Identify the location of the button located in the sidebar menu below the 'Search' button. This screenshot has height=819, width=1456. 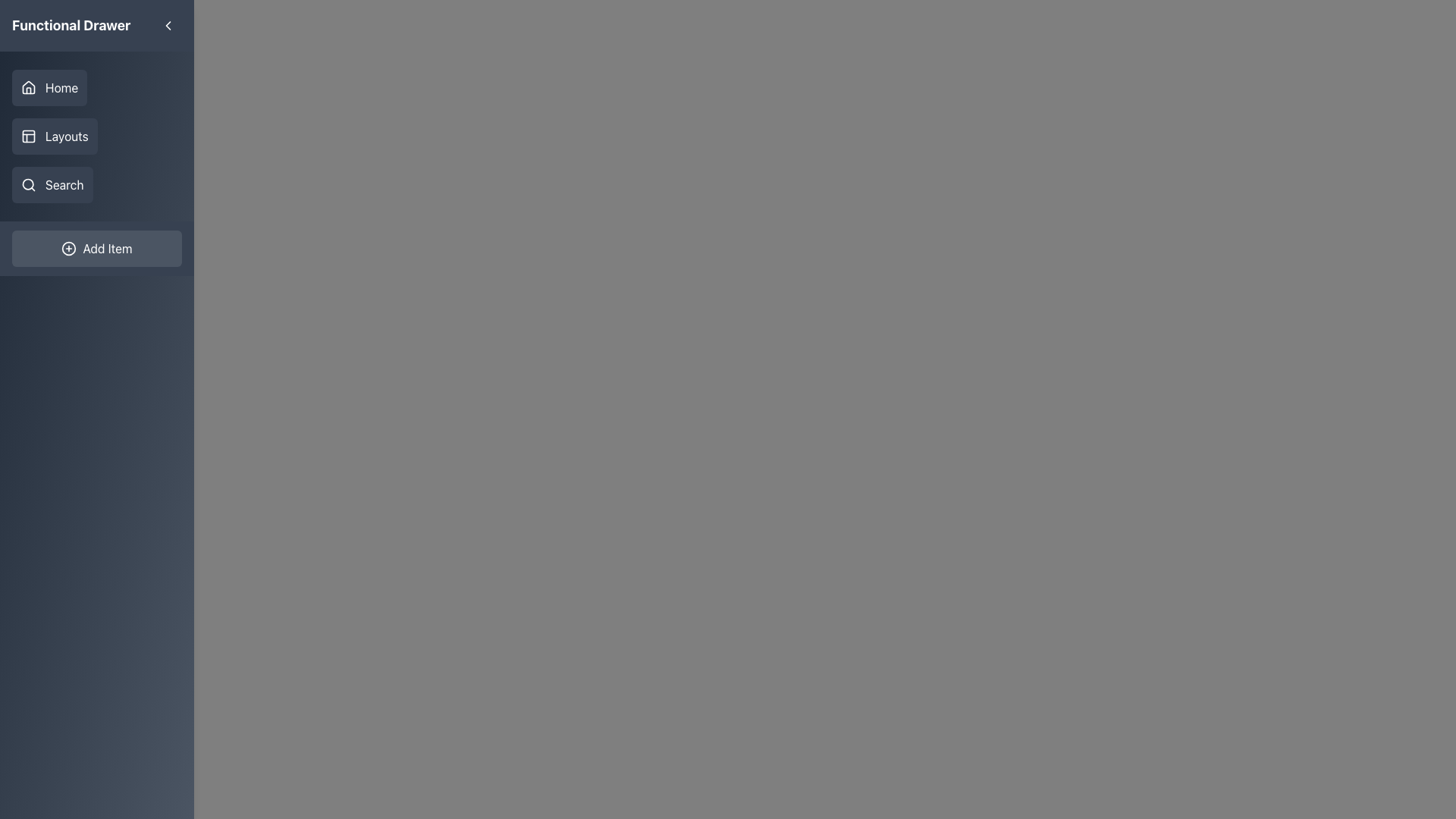
(96, 247).